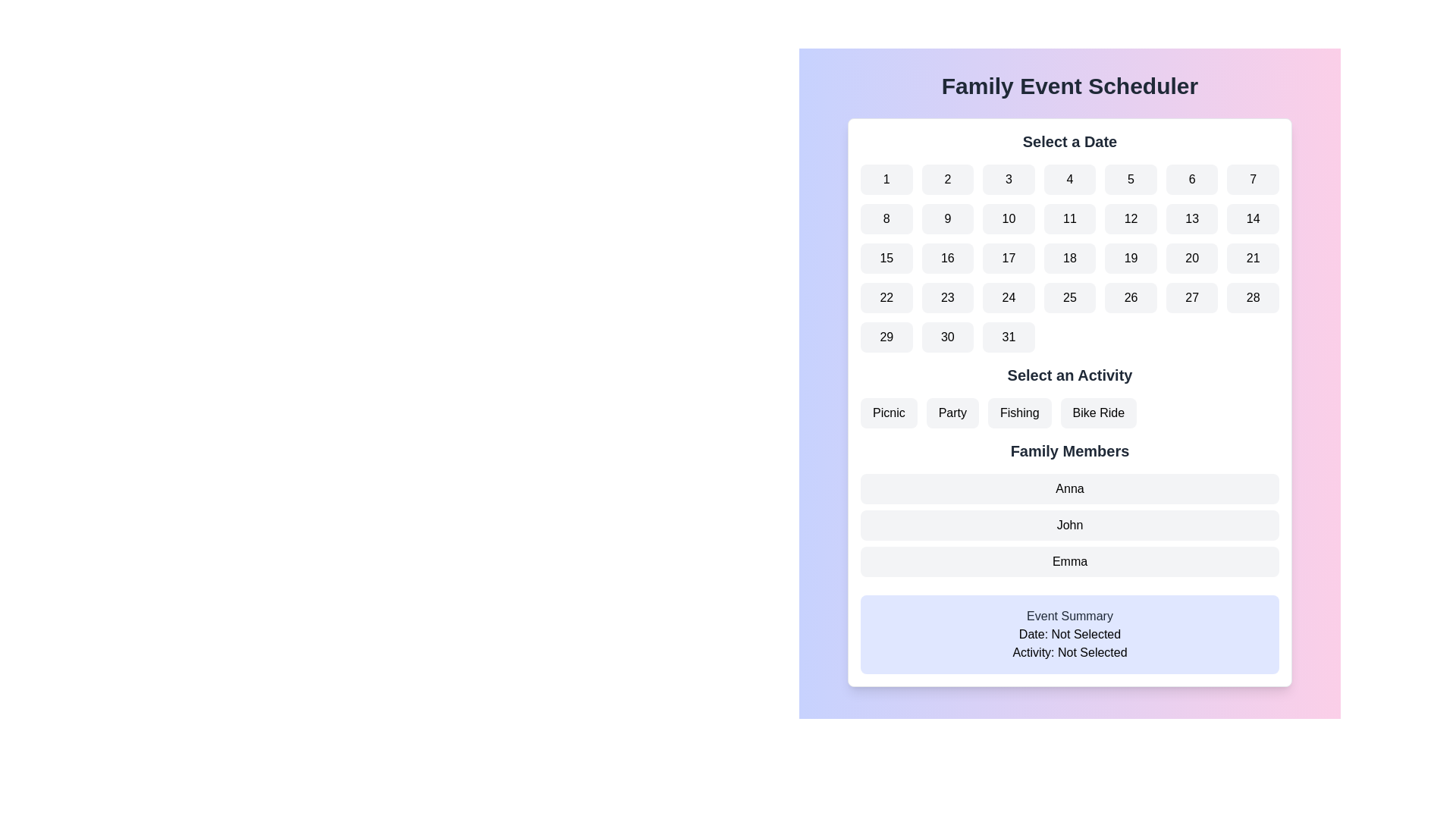 This screenshot has height=819, width=1456. Describe the element at coordinates (886, 298) in the screenshot. I see `the calendar date selection button for the 22nd day to confirm the selection` at that location.